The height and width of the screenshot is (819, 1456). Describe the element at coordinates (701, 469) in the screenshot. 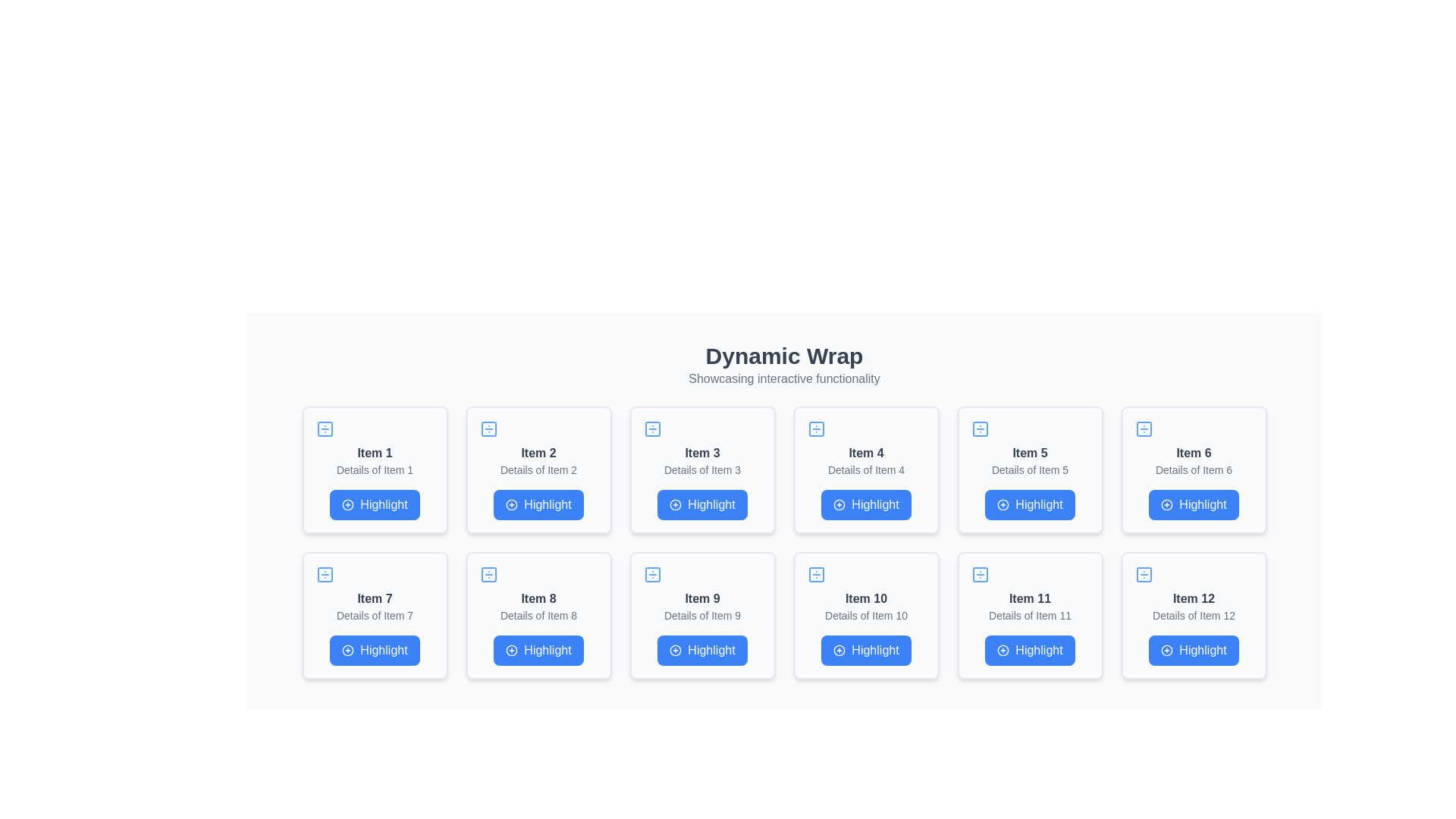

I see `informational text label located below the title 'Item 3' and above the 'Highlight' button` at that location.